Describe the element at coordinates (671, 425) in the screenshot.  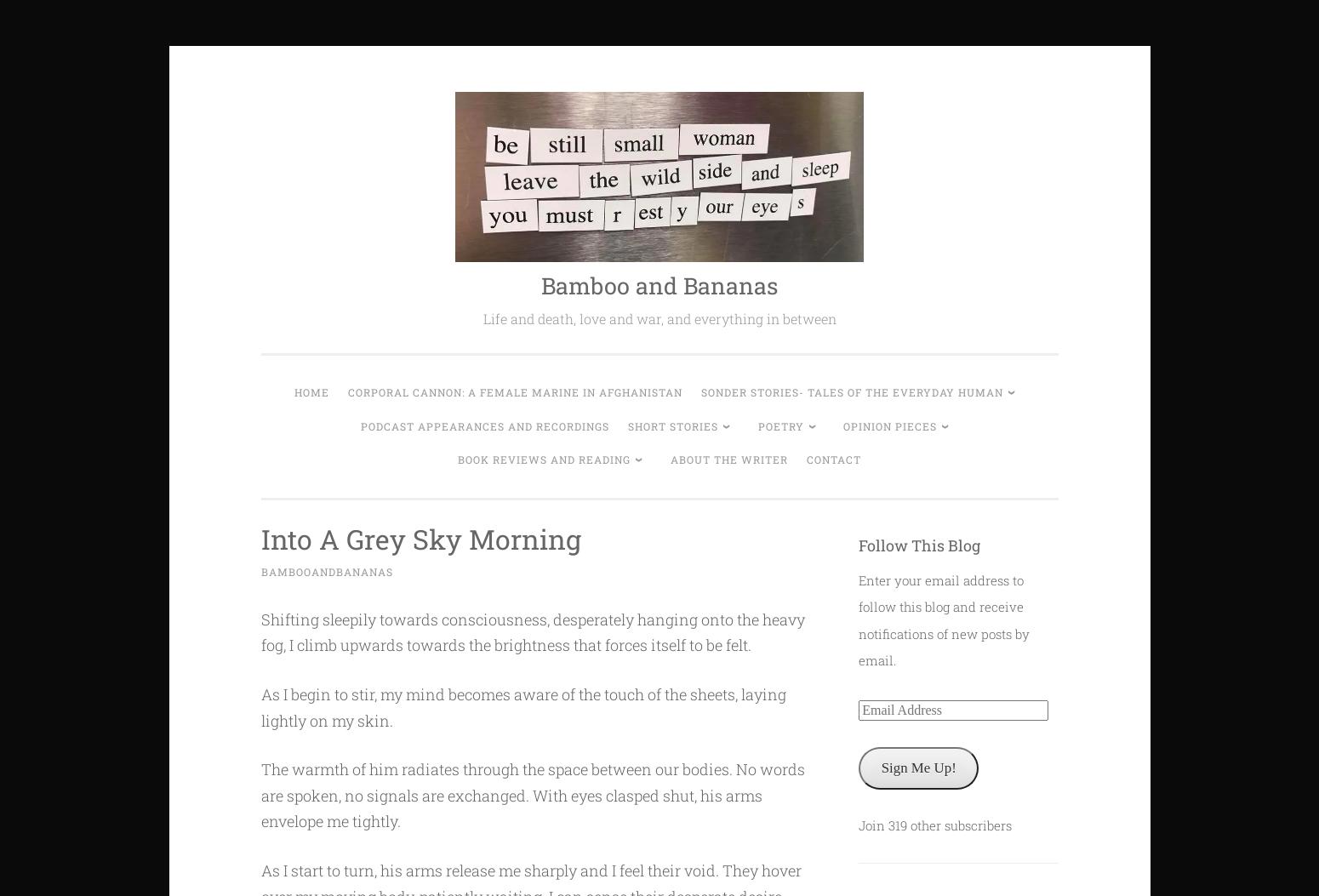
I see `'Short Stories'` at that location.